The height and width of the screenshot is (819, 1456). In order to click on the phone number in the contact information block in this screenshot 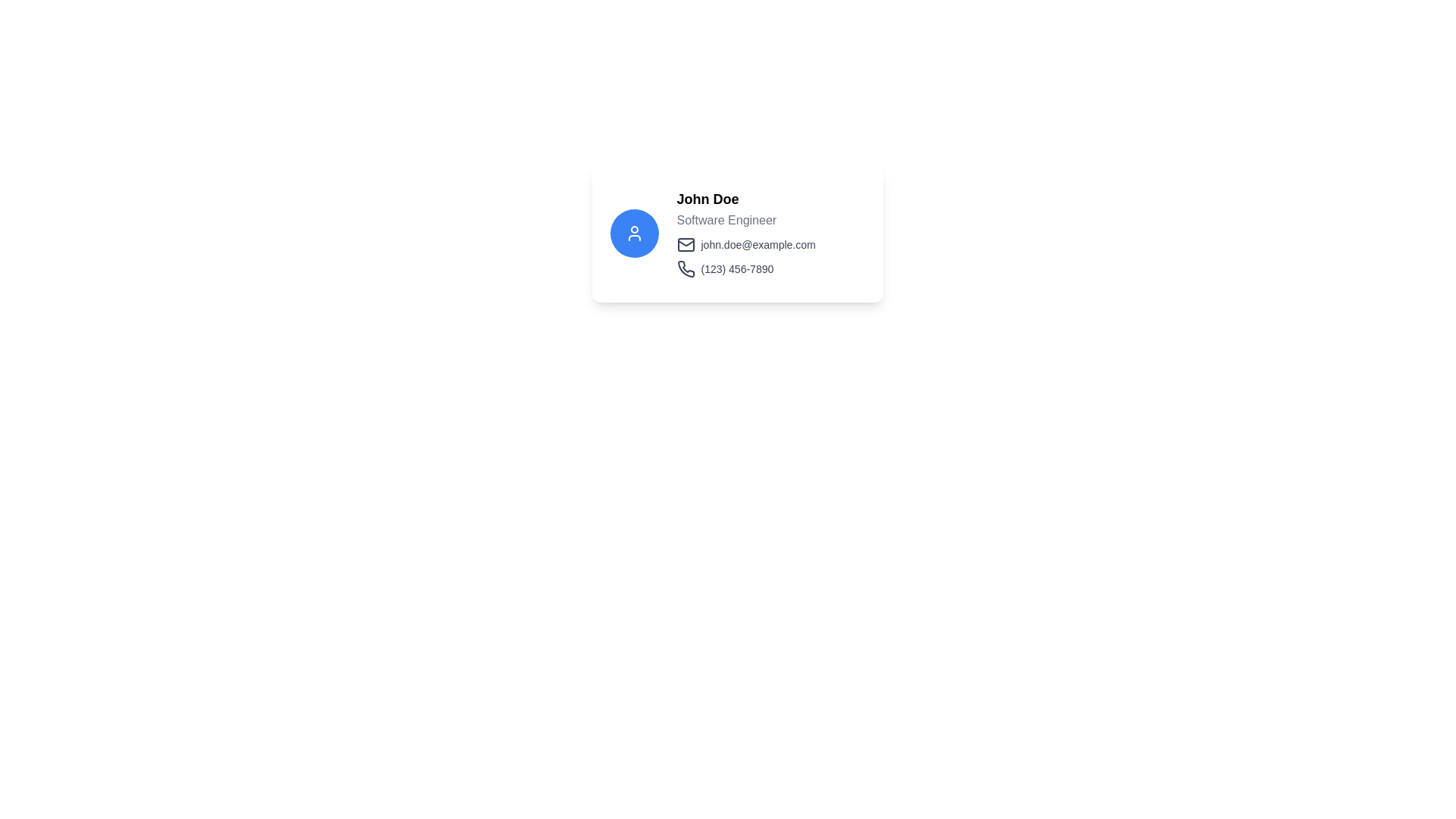, I will do `click(745, 256)`.